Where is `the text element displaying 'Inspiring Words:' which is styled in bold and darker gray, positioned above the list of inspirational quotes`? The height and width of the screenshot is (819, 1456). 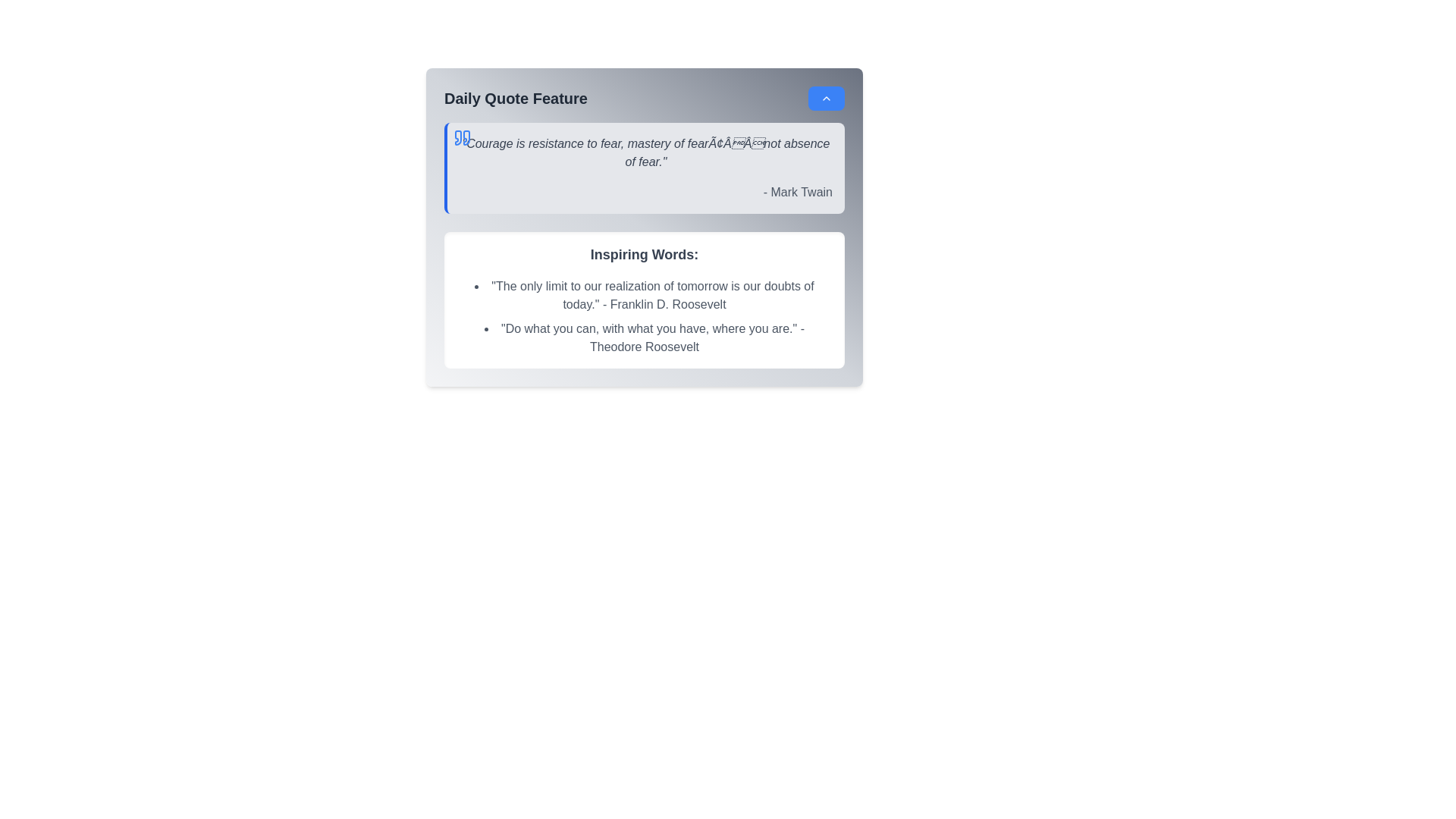
the text element displaying 'Inspiring Words:' which is styled in bold and darker gray, positioned above the list of inspirational quotes is located at coordinates (644, 253).